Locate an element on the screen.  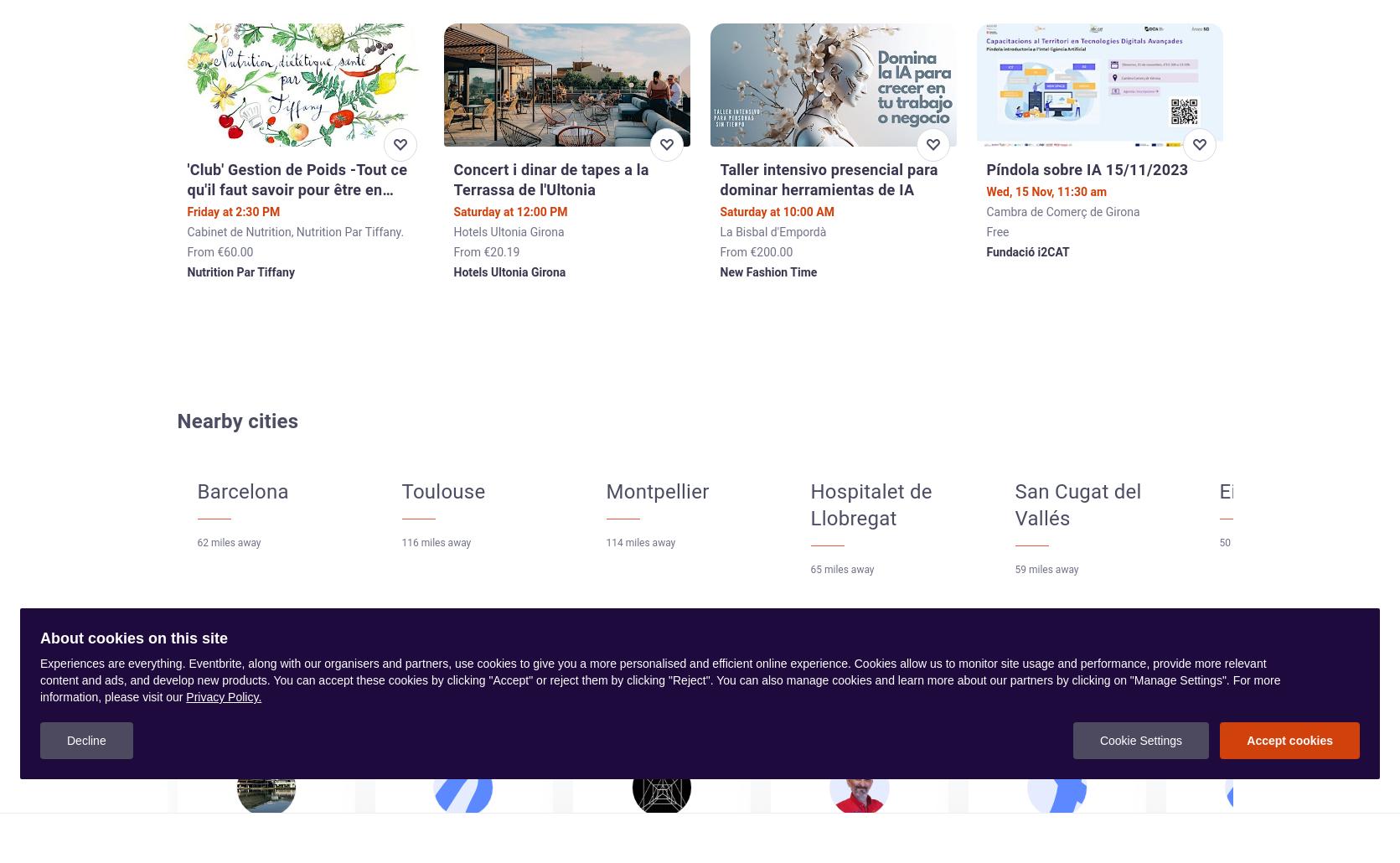
'Hospitalet de Llobregat' is located at coordinates (870, 504).